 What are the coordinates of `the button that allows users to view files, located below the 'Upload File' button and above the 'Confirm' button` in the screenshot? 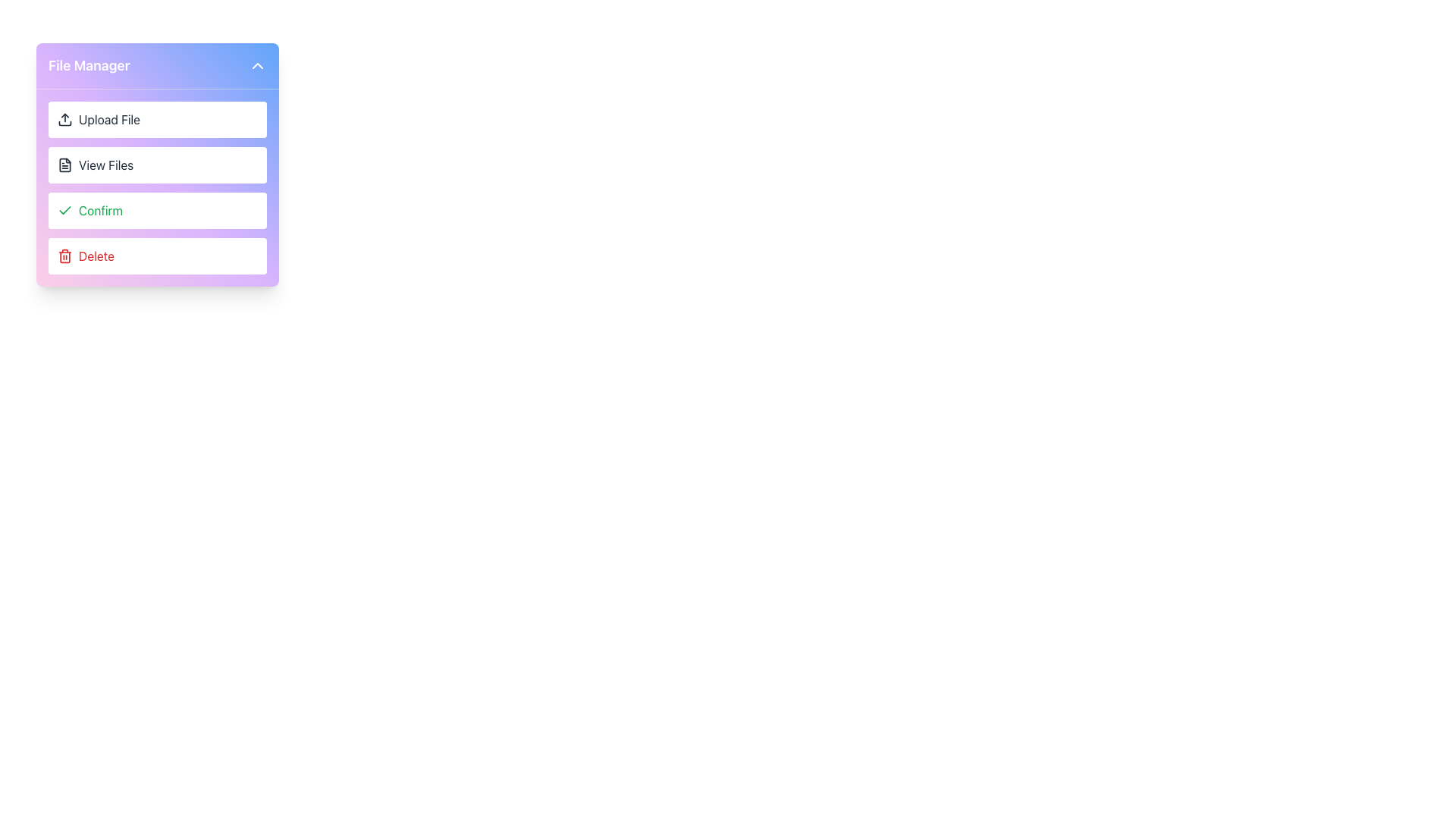 It's located at (157, 165).